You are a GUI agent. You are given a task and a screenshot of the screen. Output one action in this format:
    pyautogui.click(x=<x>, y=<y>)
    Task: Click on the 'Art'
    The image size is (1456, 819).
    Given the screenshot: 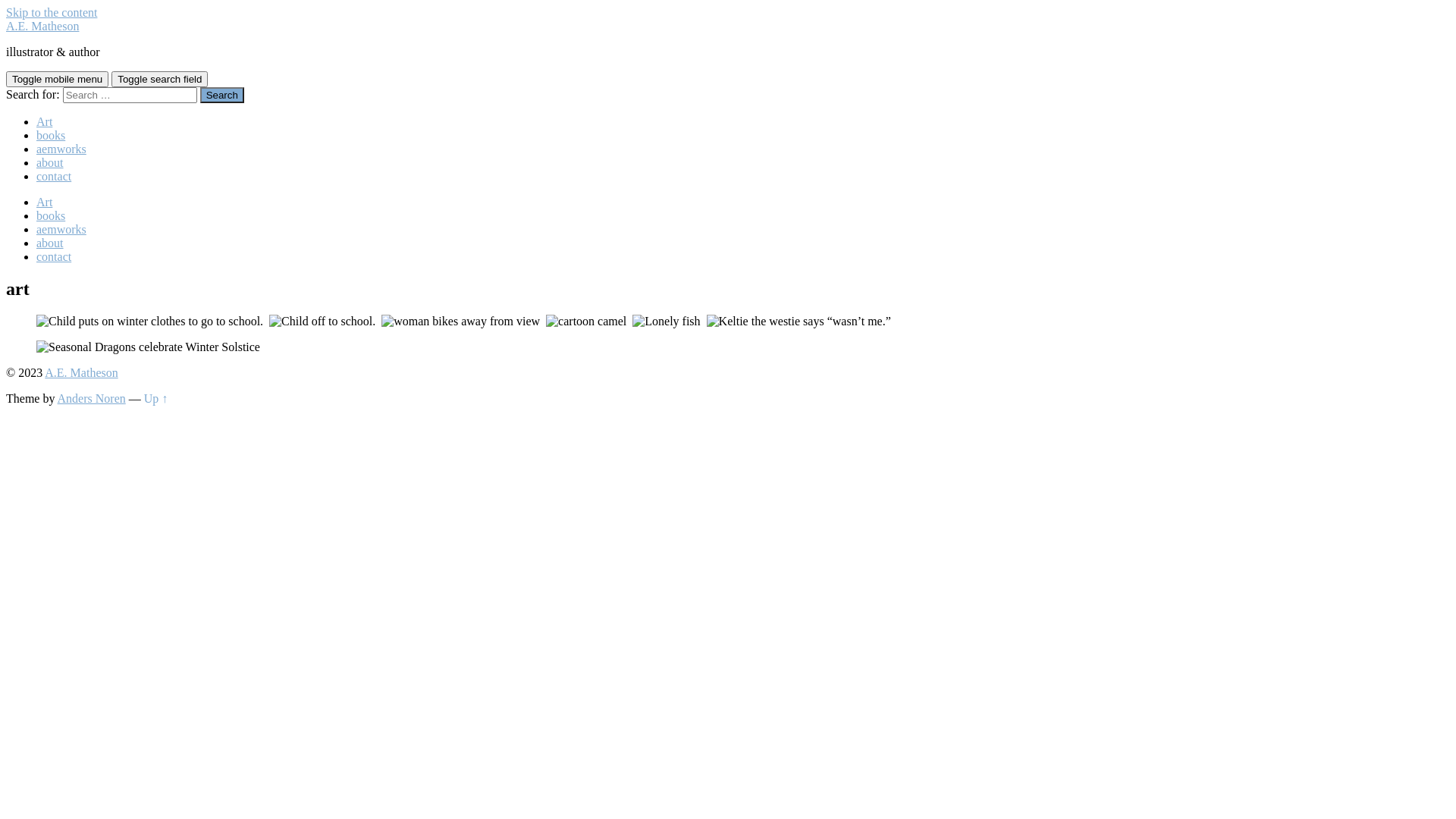 What is the action you would take?
    pyautogui.click(x=44, y=201)
    